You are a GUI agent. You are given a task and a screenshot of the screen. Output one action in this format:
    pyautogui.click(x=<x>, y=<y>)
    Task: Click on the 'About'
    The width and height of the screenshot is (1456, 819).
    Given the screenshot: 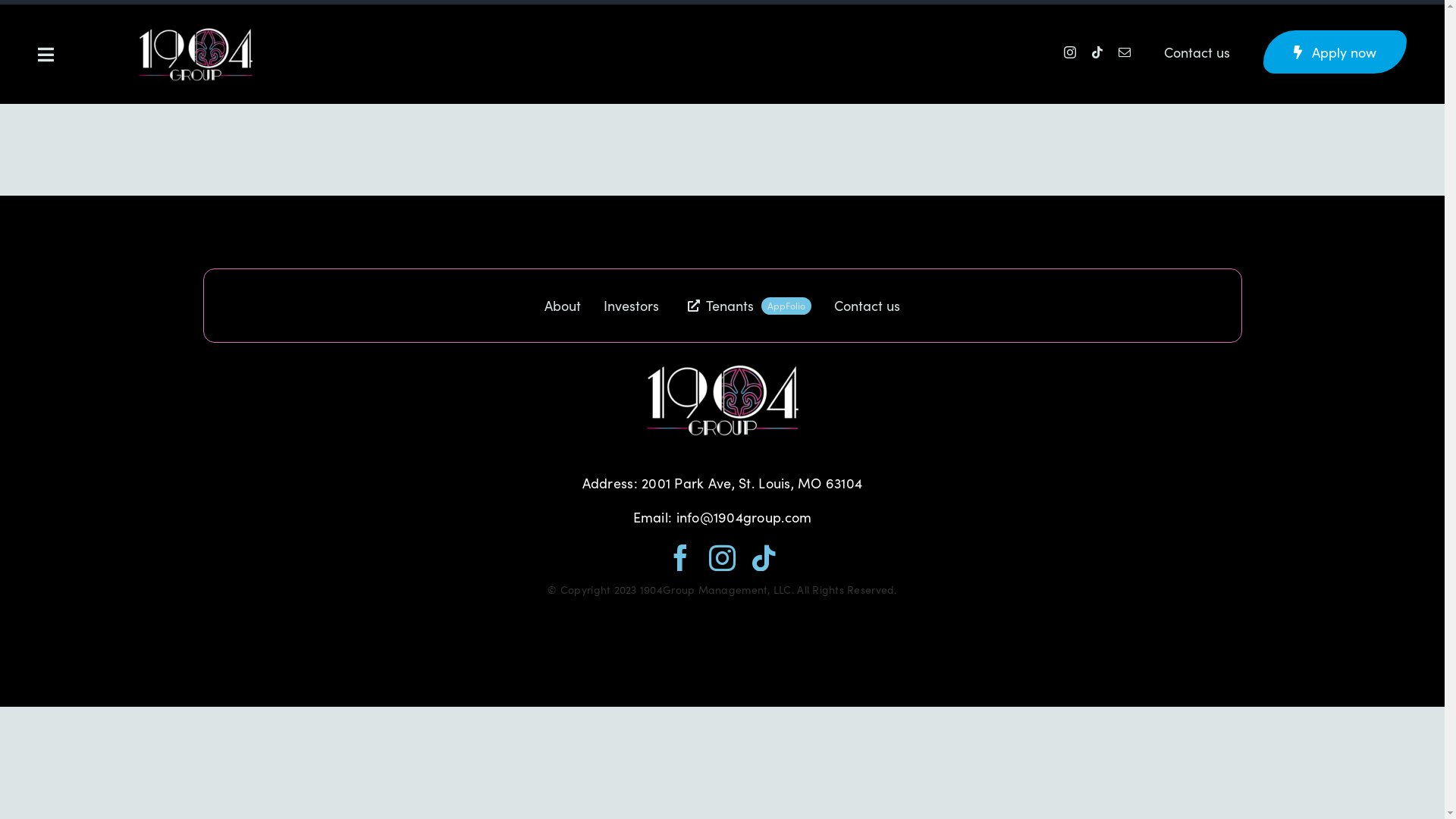 What is the action you would take?
    pyautogui.click(x=544, y=305)
    